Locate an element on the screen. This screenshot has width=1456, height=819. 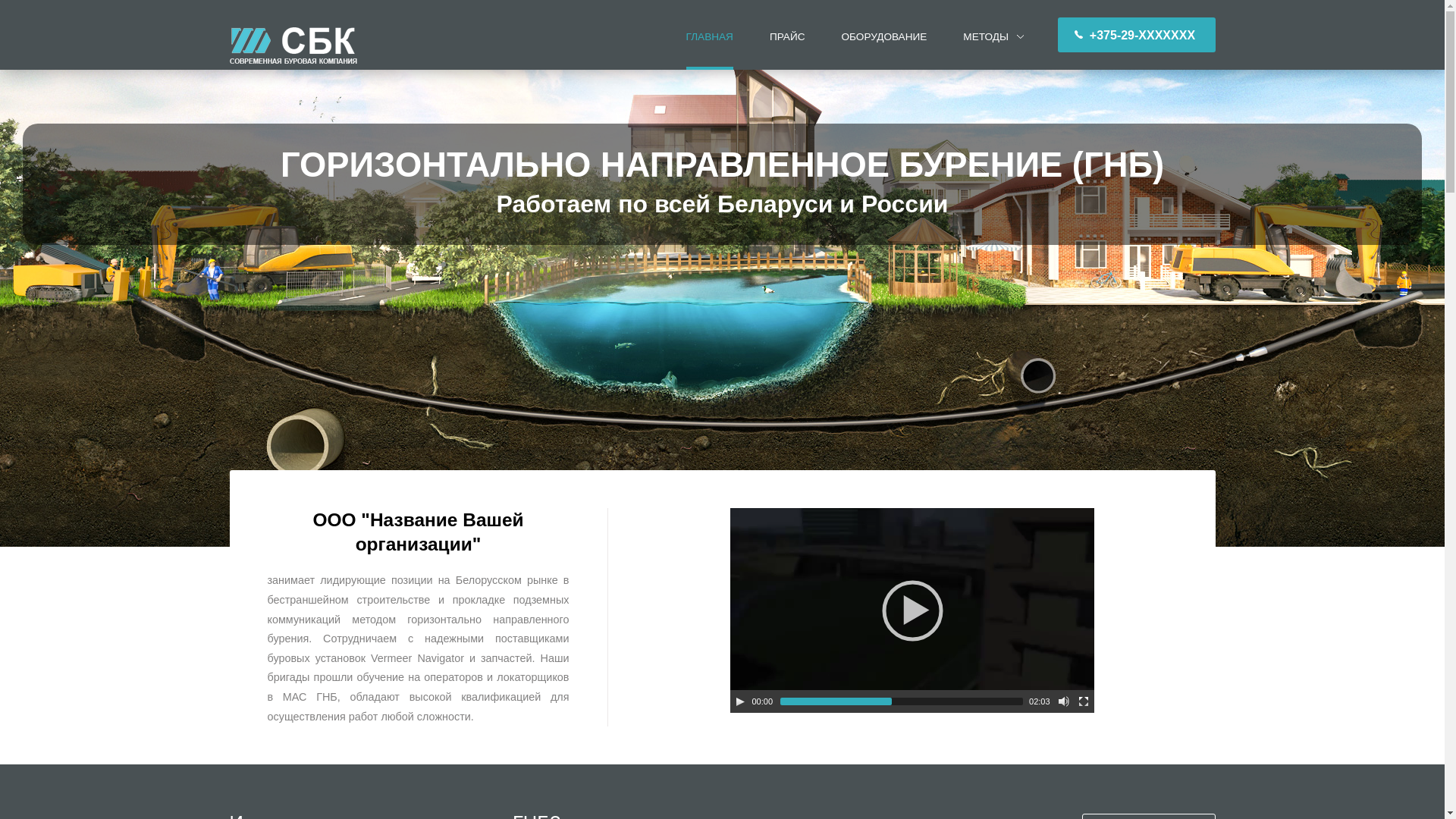
'Mute Toggle' is located at coordinates (1062, 701).